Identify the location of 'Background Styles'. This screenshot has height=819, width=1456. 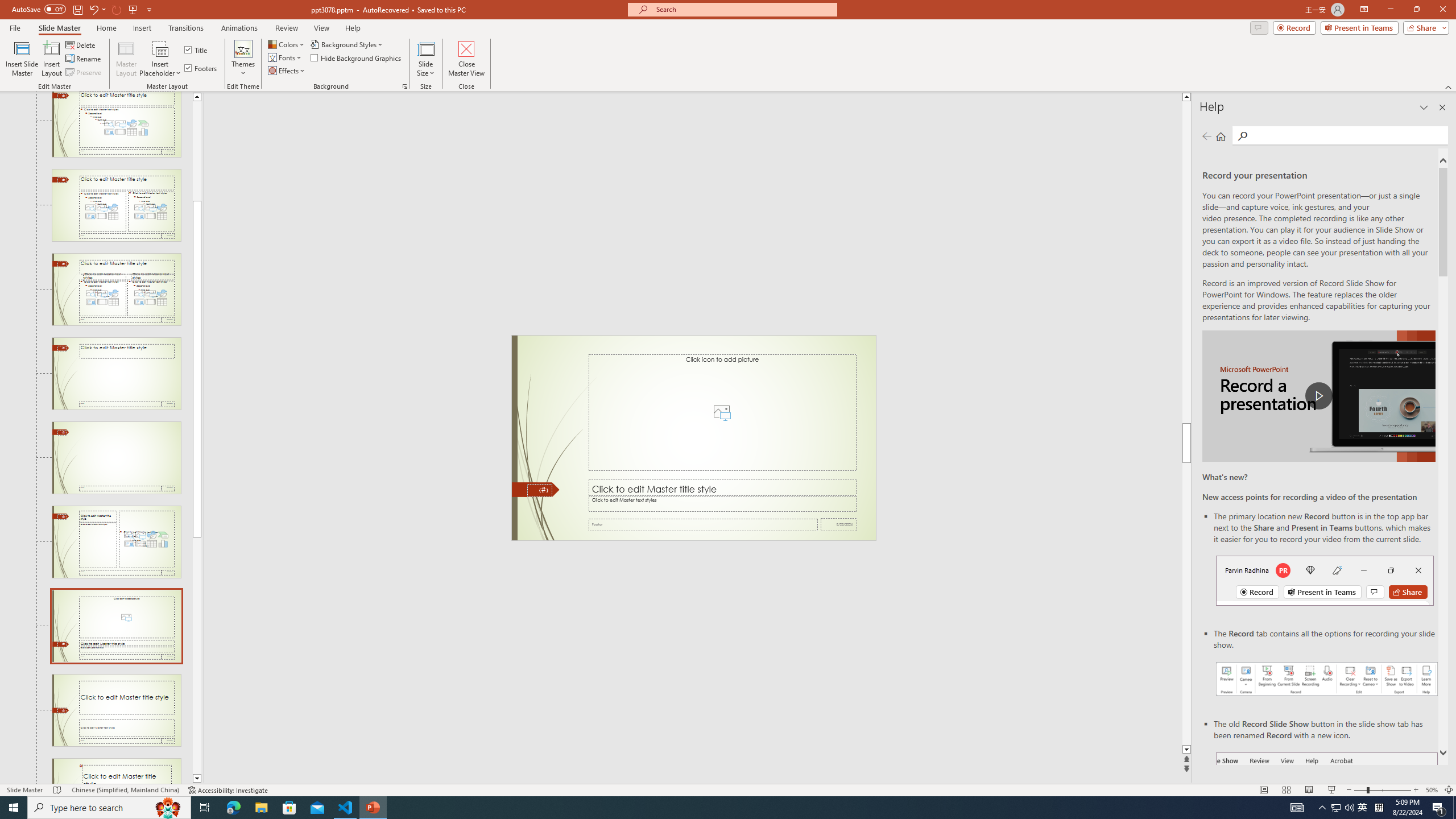
(348, 44).